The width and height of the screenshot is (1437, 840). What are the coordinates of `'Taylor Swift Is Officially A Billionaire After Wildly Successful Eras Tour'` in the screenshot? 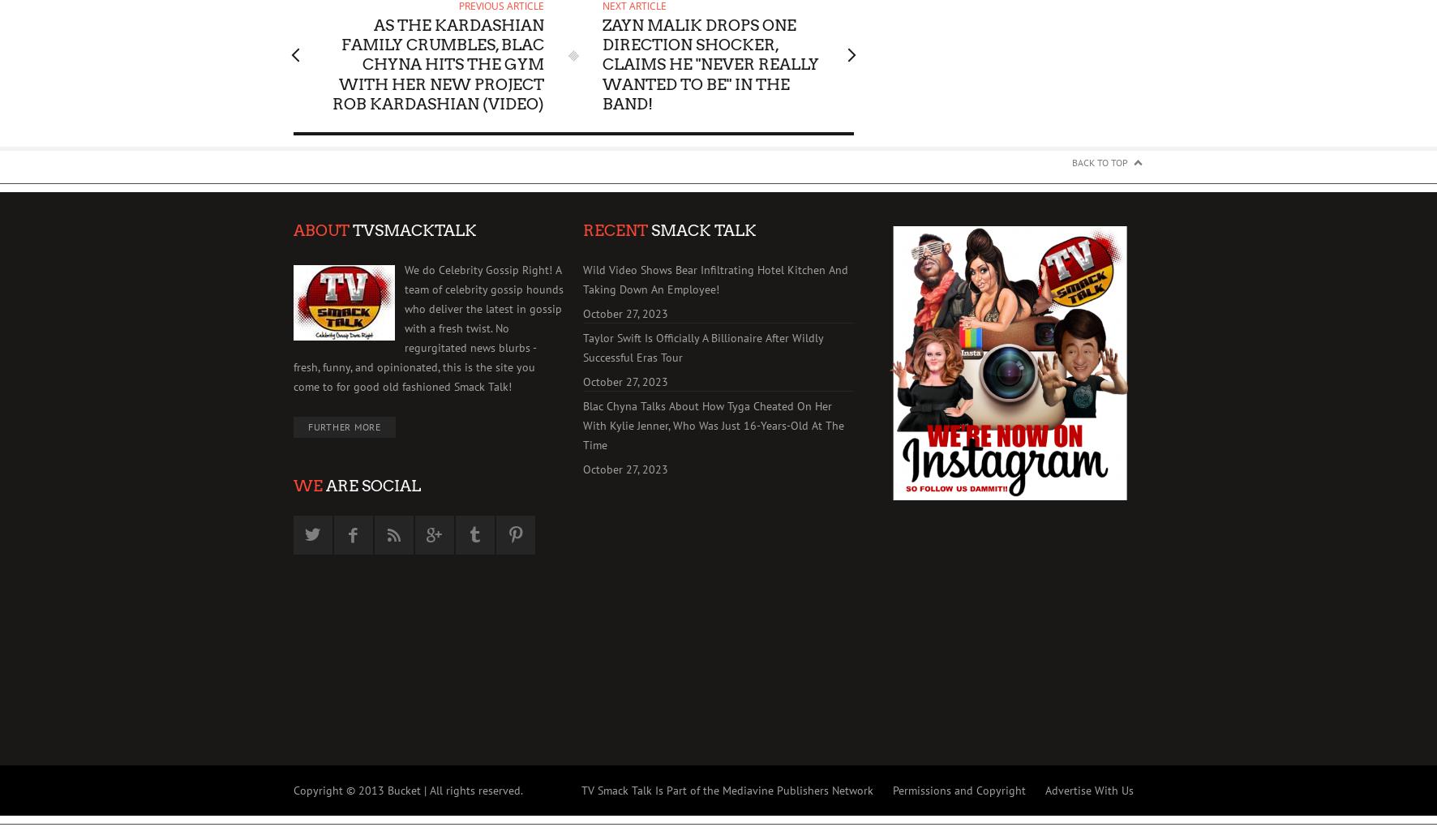 It's located at (703, 348).